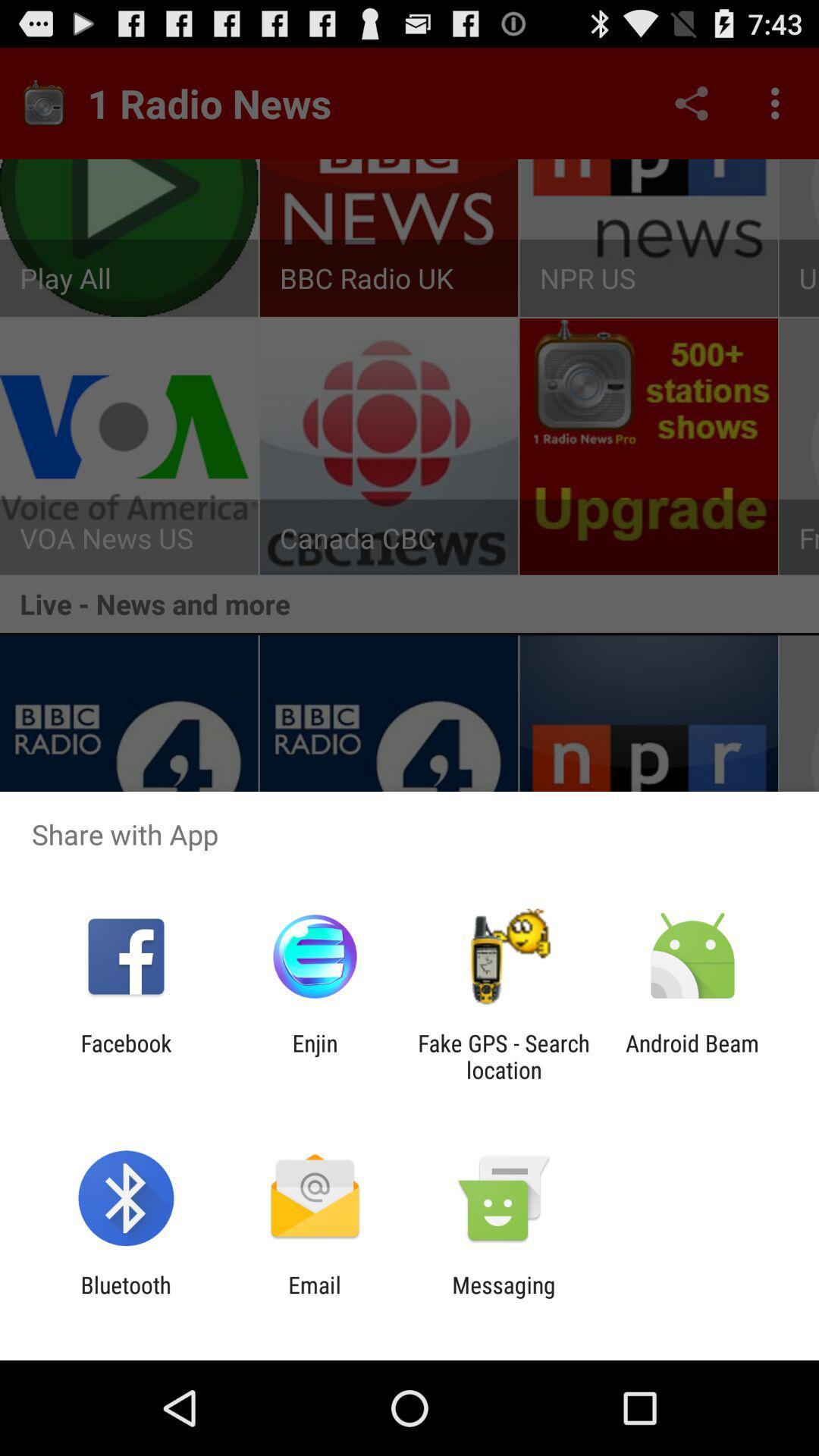 The image size is (819, 1456). I want to click on the bluetooth app, so click(125, 1298).